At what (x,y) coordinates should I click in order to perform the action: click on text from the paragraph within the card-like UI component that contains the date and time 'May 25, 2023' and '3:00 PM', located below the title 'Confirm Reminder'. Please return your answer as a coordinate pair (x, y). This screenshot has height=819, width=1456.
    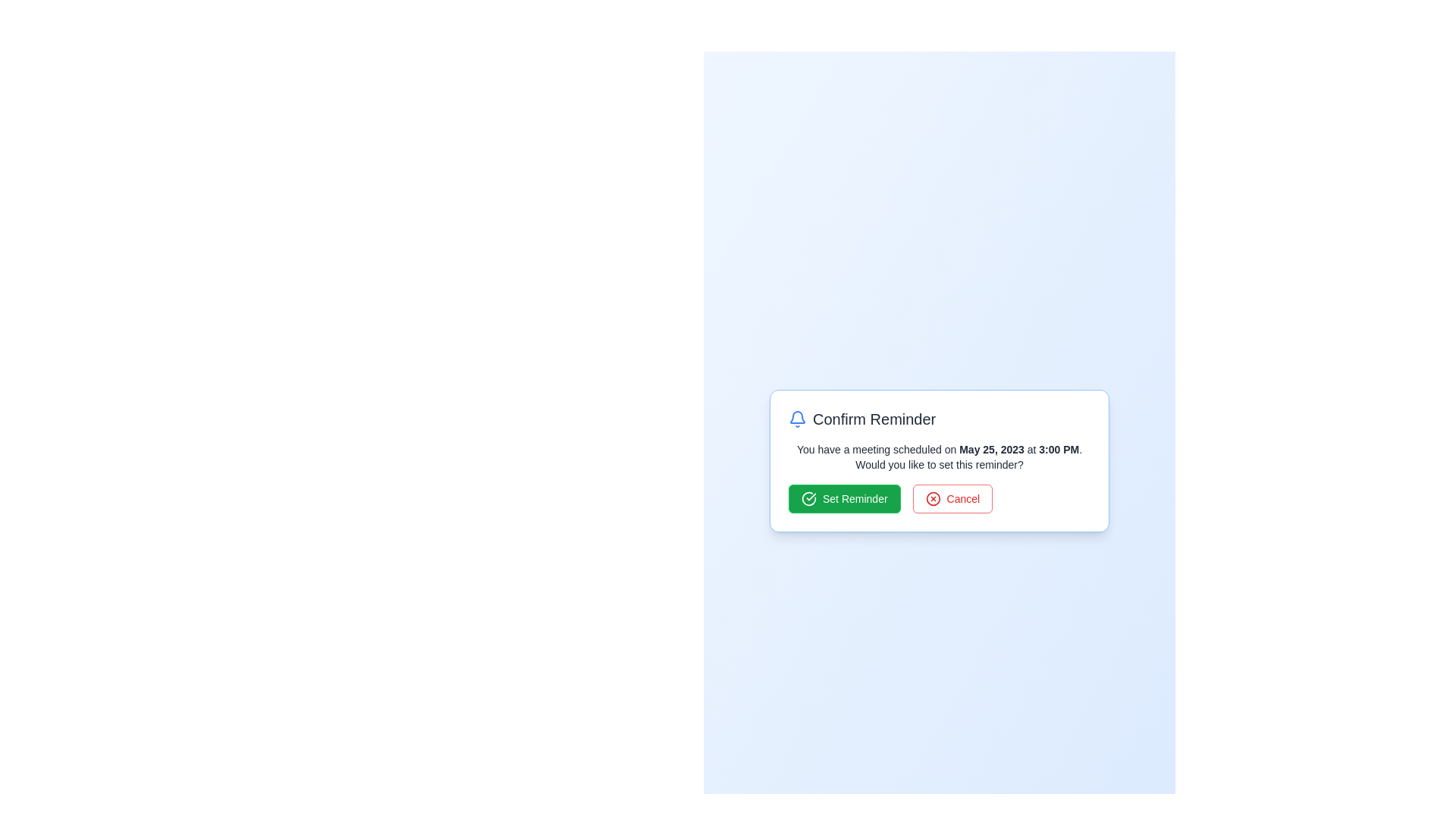
    Looking at the image, I should click on (938, 456).